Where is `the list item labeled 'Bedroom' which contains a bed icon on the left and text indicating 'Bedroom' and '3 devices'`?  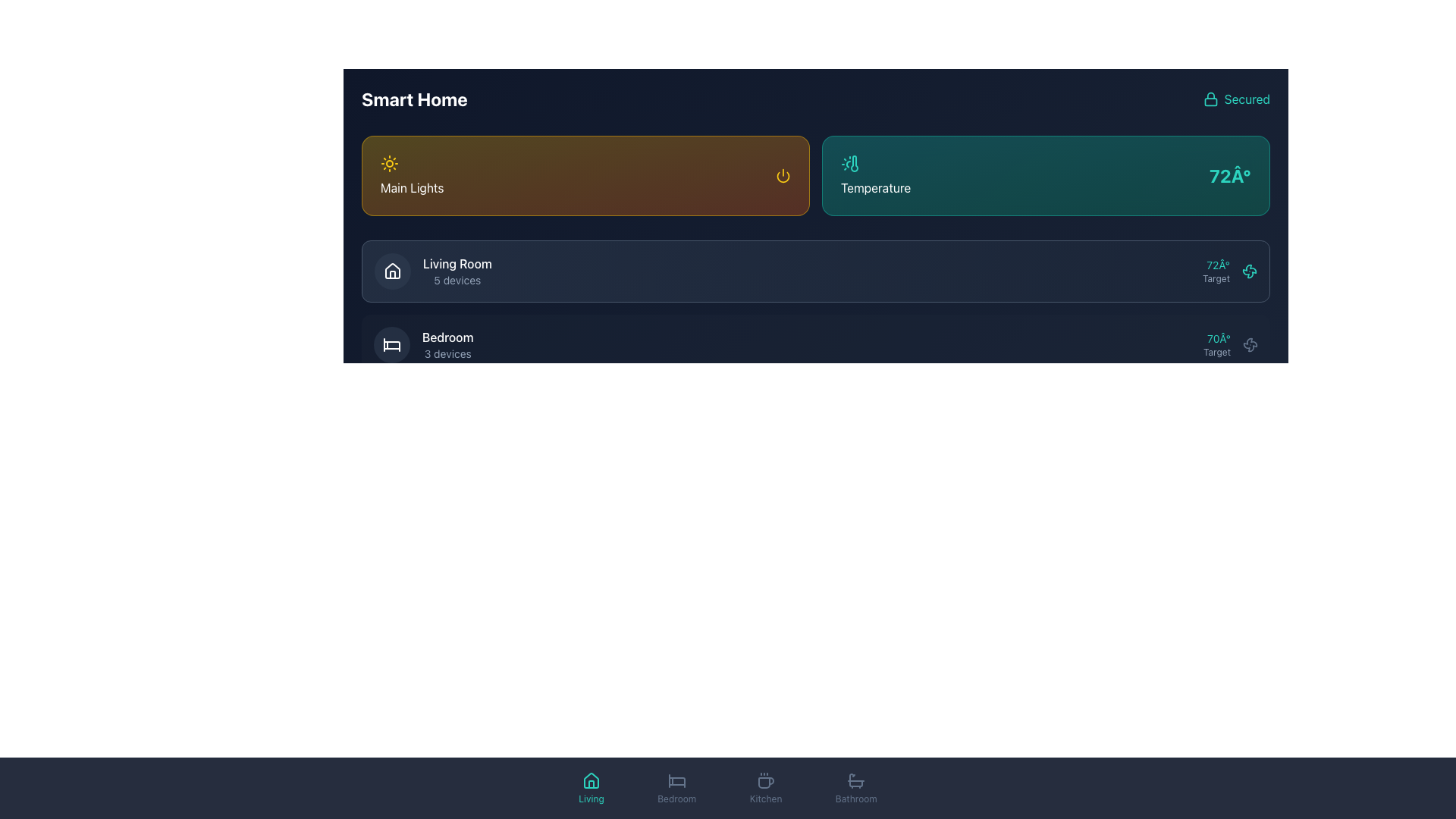 the list item labeled 'Bedroom' which contains a bed icon on the left and text indicating 'Bedroom' and '3 devices' is located at coordinates (423, 345).